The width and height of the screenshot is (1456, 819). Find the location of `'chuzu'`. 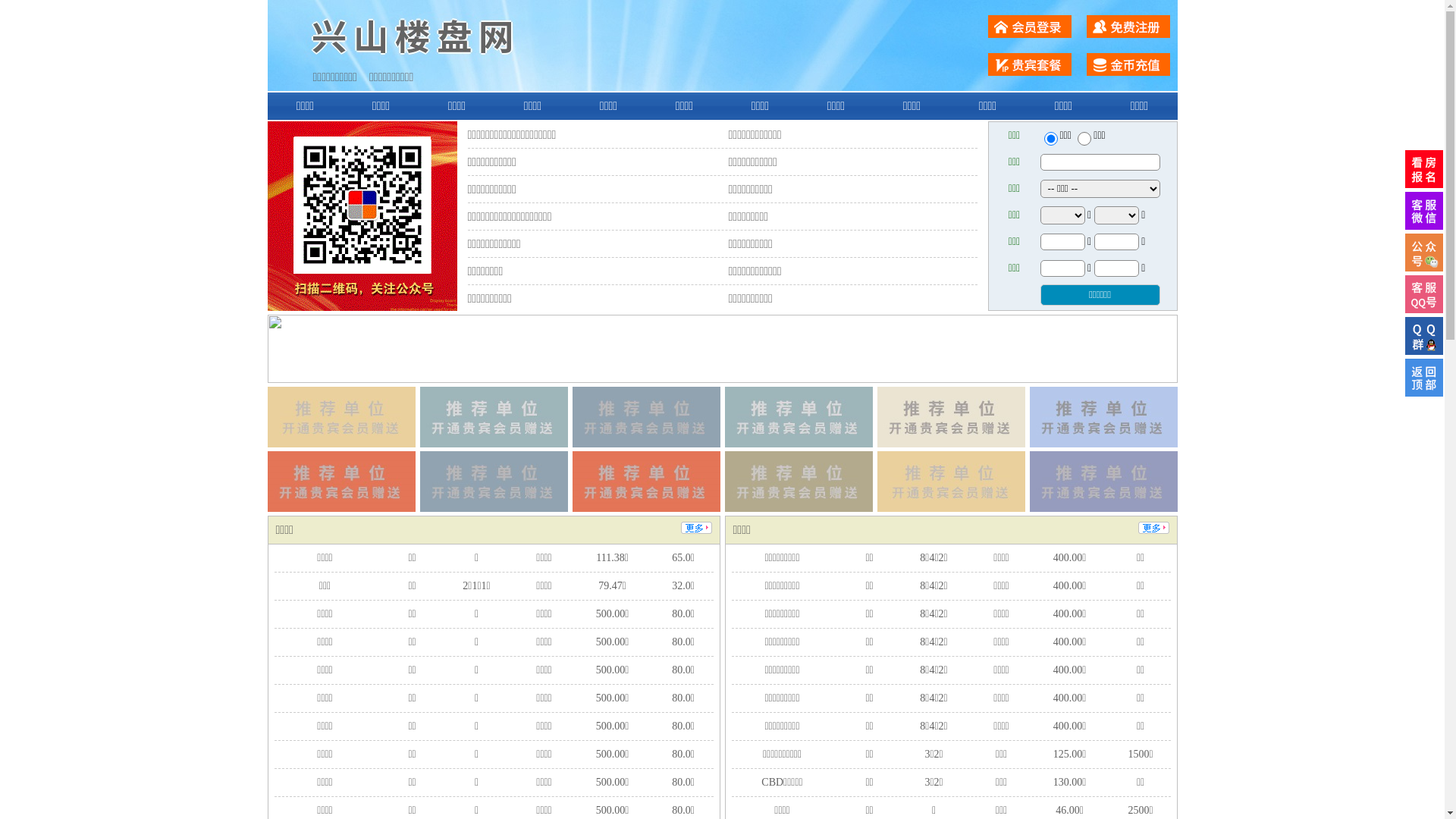

'chuzu' is located at coordinates (1084, 138).